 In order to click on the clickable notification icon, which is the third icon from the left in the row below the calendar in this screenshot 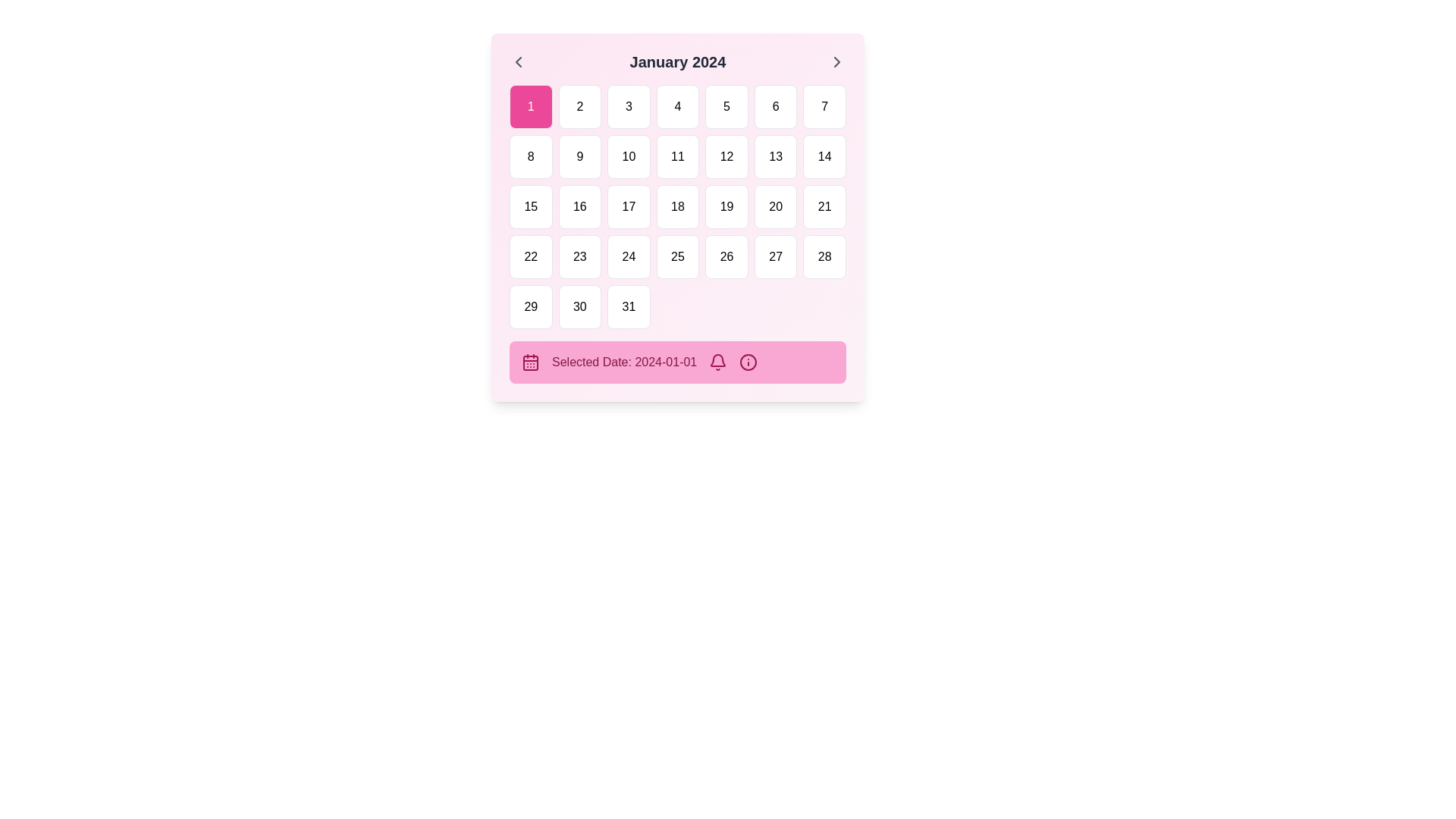, I will do `click(717, 362)`.